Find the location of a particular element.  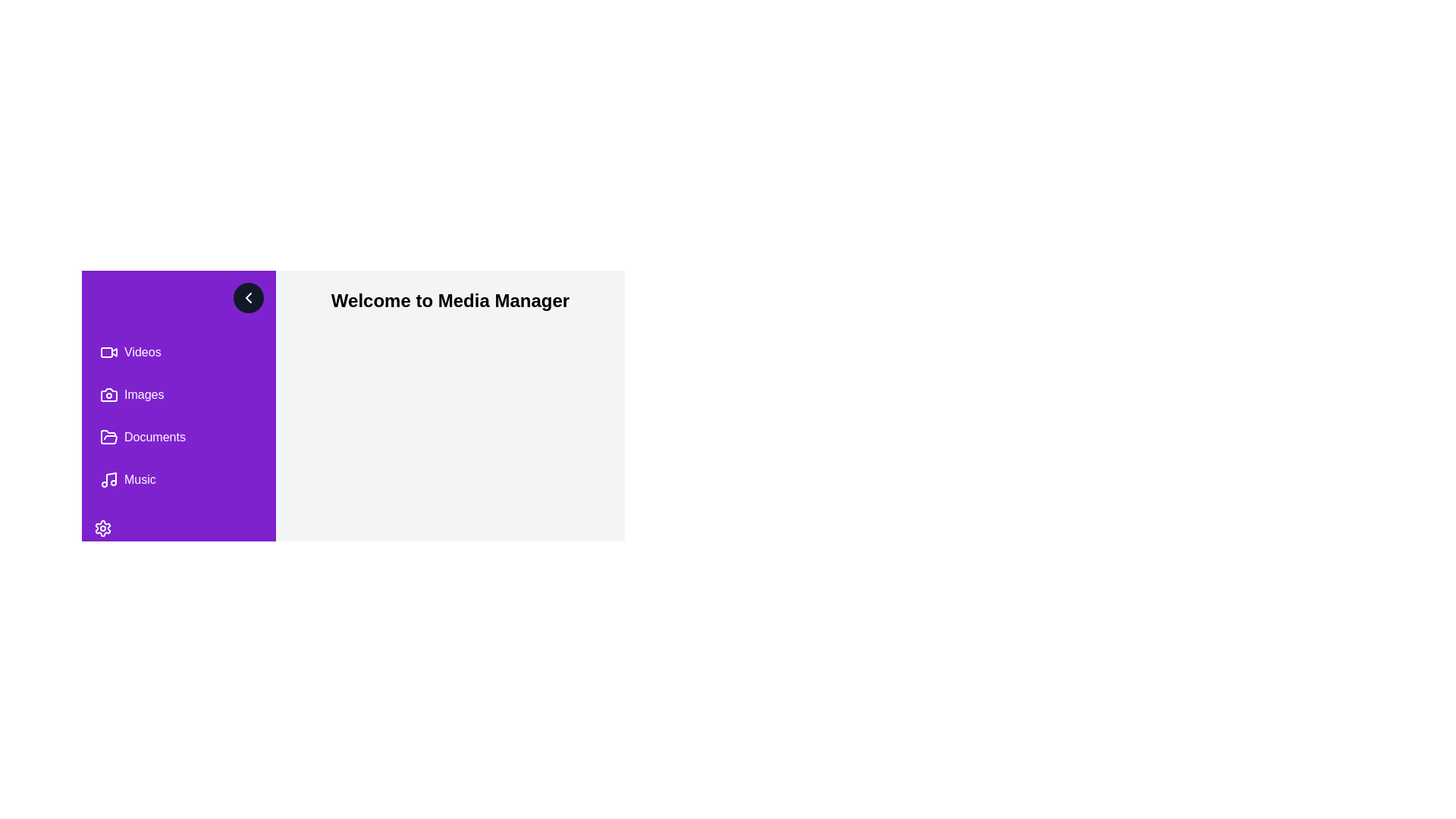

the menu item labeled Documents is located at coordinates (178, 438).